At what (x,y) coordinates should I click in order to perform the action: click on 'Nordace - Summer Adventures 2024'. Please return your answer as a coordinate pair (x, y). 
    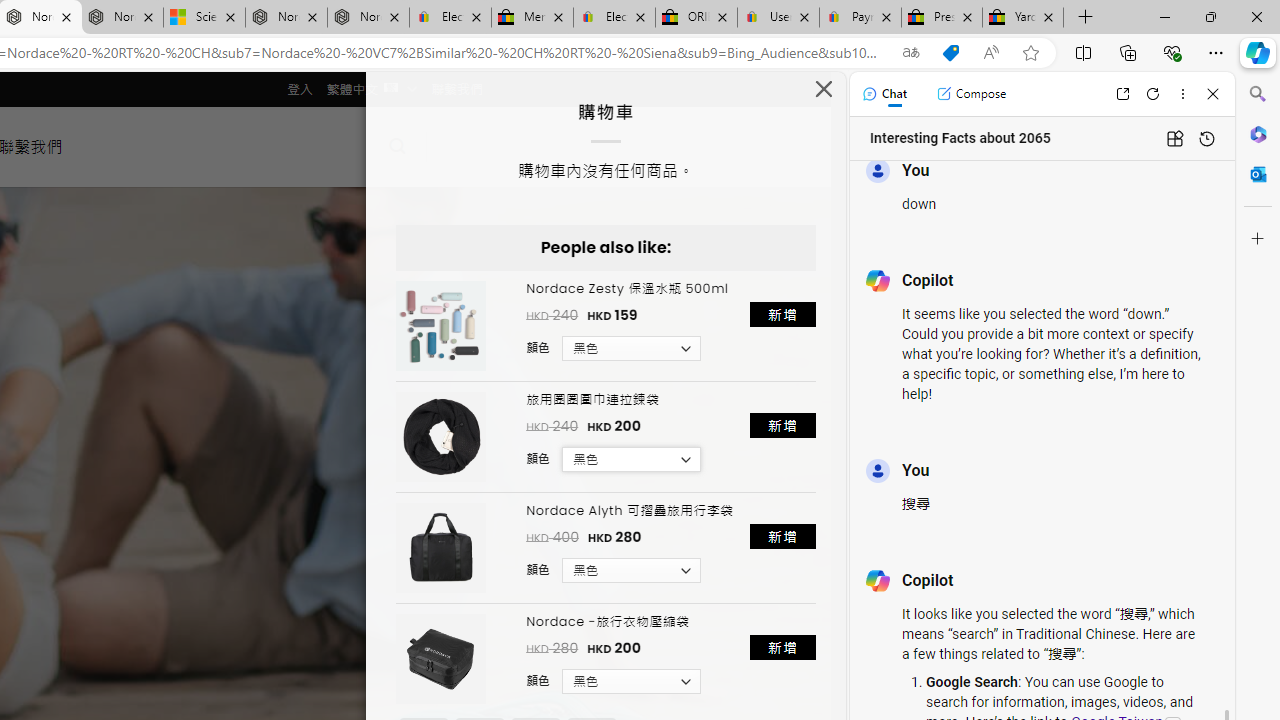
    Looking at the image, I should click on (285, 17).